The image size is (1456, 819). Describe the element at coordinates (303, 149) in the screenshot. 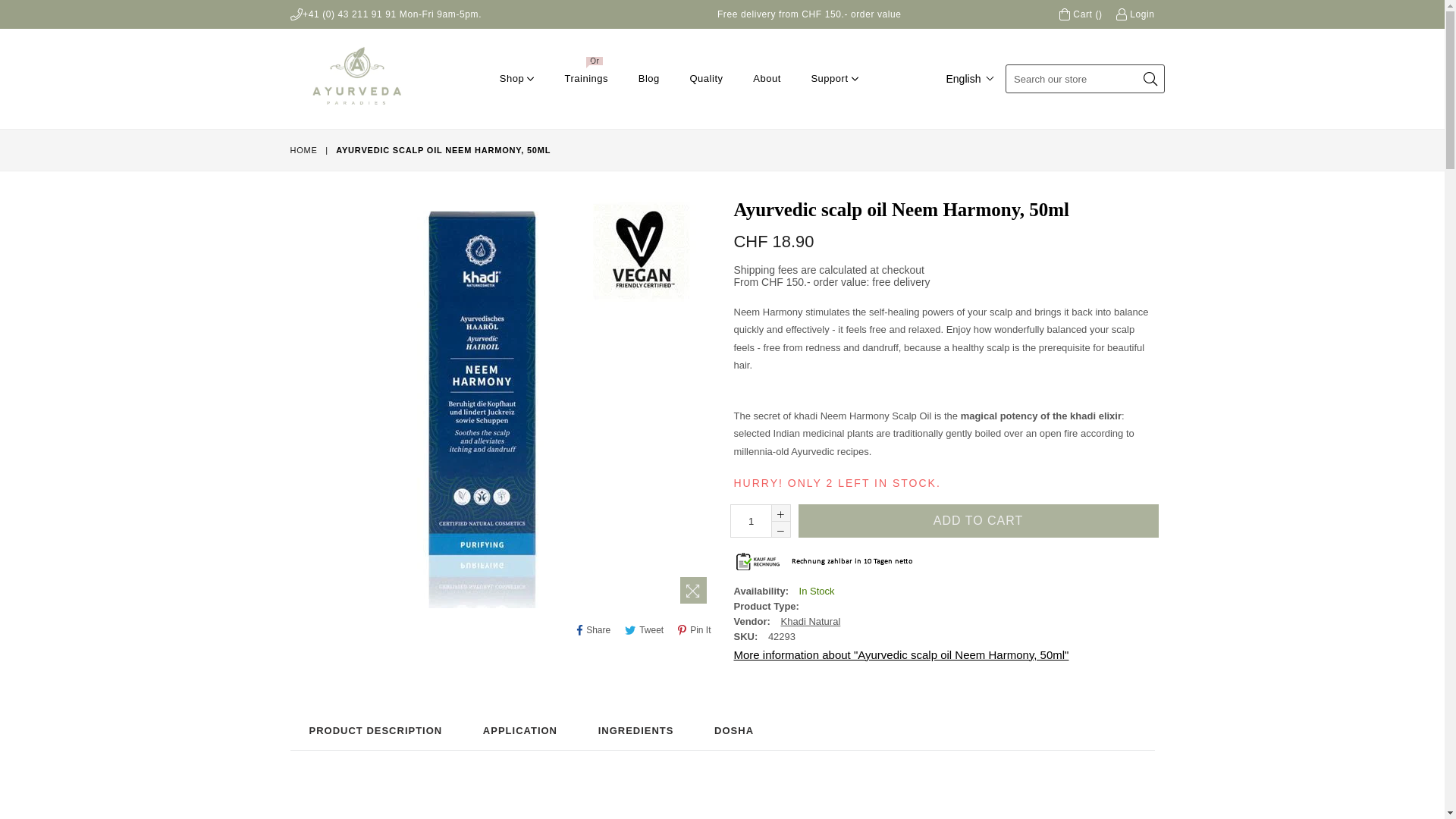

I see `'HOME'` at that location.